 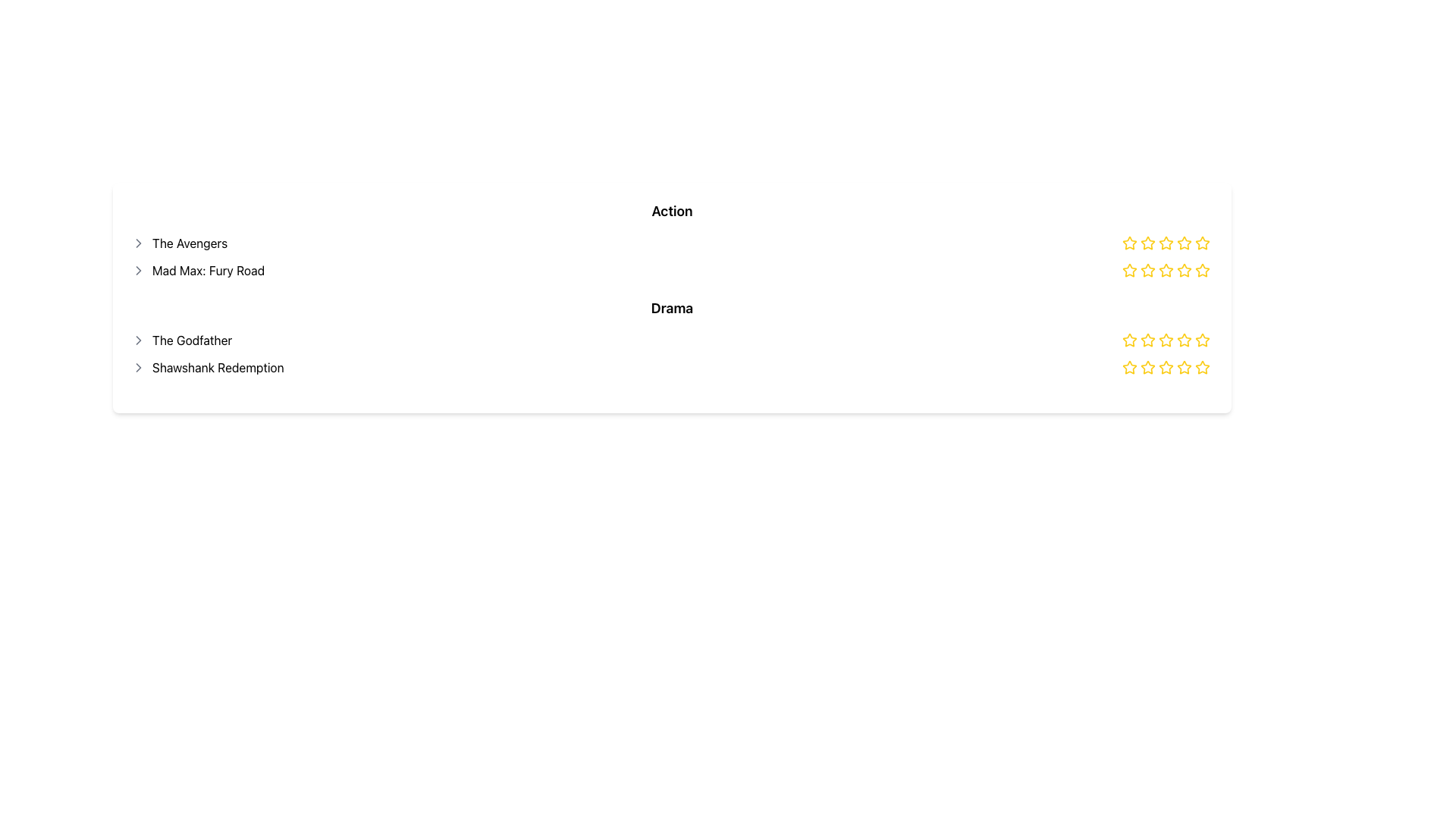 I want to click on the third star icon in the user rating system located, so click(x=1167, y=270).